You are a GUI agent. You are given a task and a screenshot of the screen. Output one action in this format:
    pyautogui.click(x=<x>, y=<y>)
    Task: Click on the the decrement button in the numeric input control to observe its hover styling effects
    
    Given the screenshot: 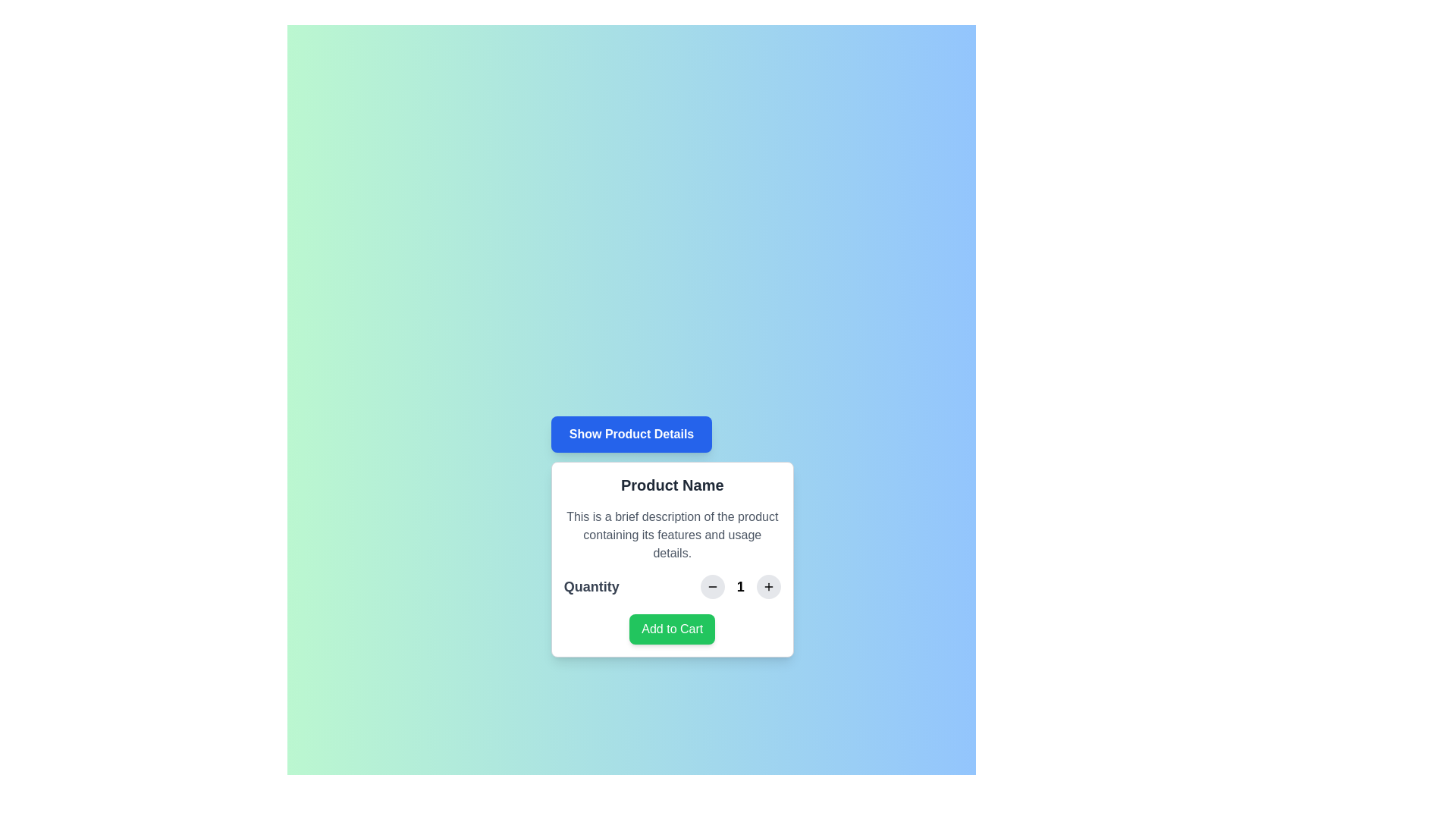 What is the action you would take?
    pyautogui.click(x=711, y=586)
    